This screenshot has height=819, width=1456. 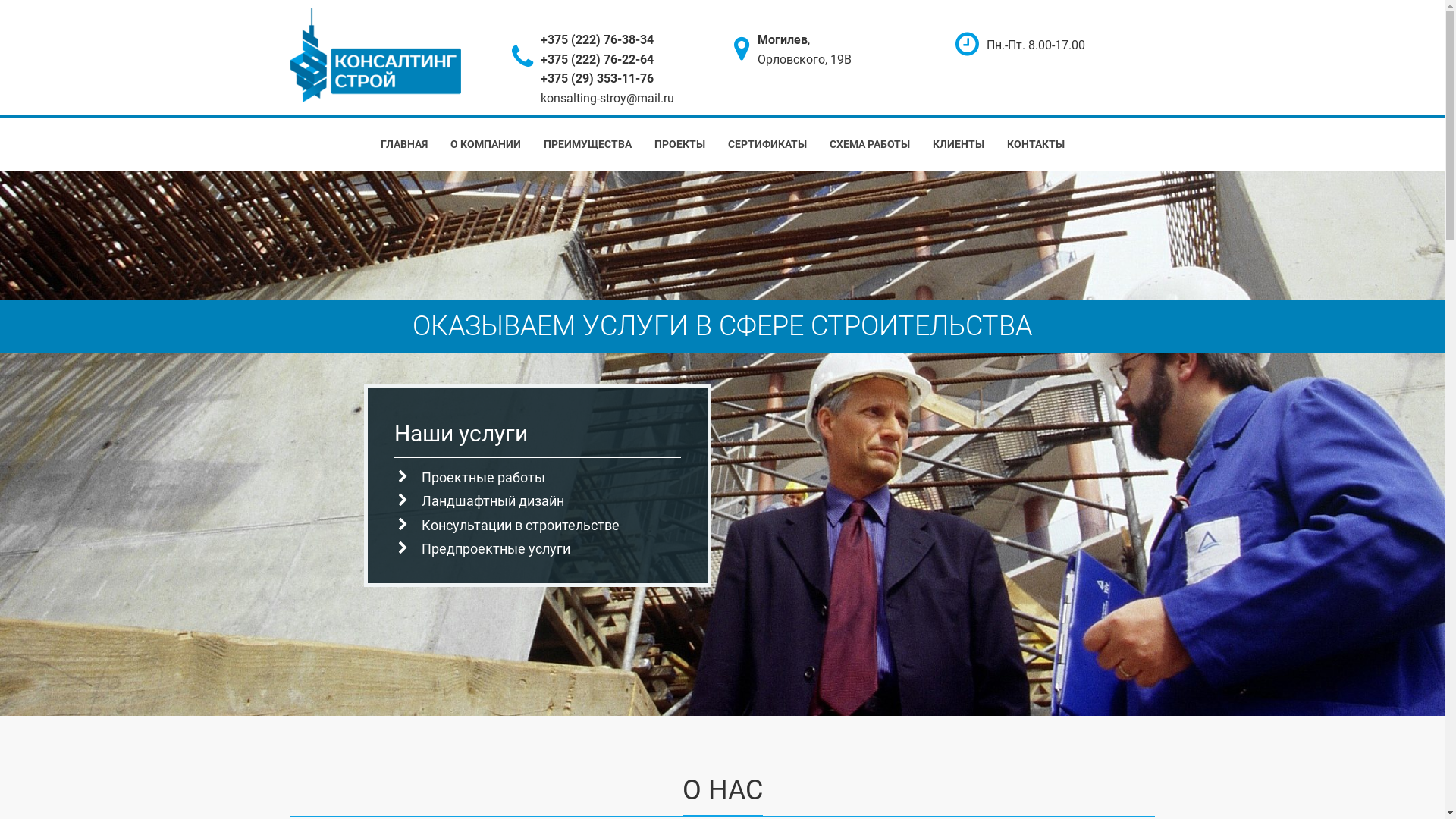 I want to click on '+375 (222) 76-22-64', so click(x=596, y=58).